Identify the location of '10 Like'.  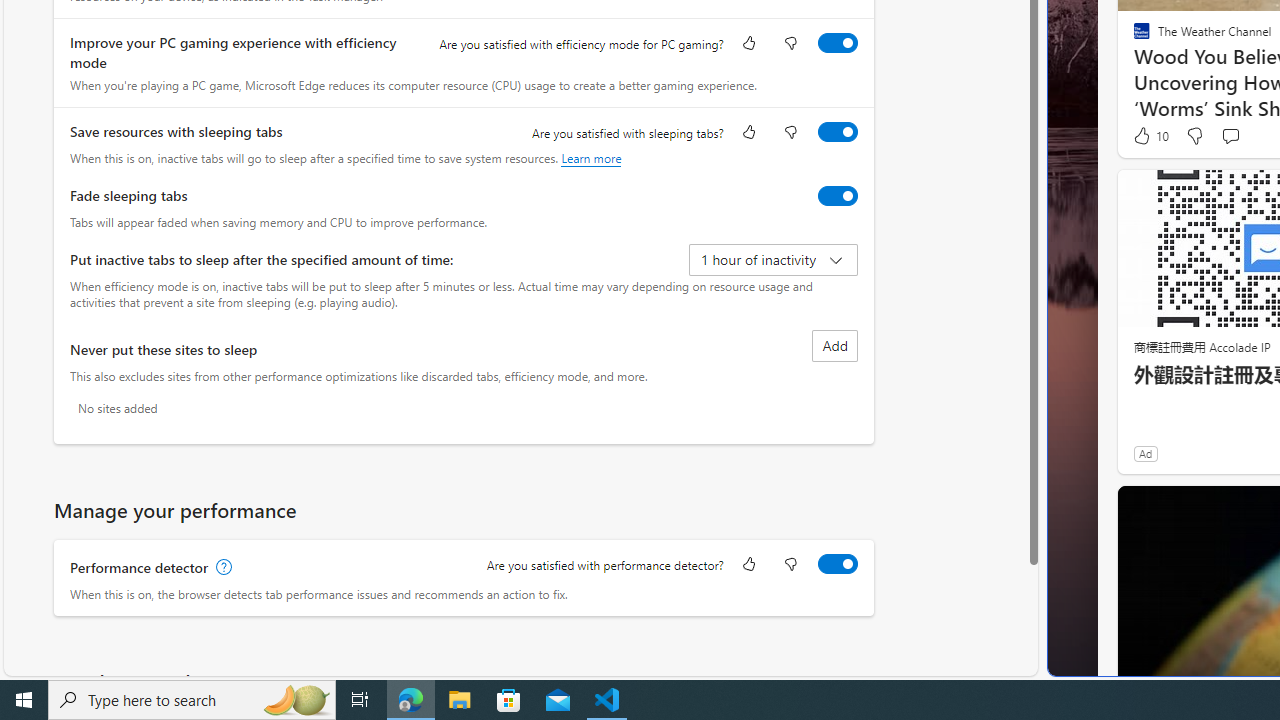
(1150, 135).